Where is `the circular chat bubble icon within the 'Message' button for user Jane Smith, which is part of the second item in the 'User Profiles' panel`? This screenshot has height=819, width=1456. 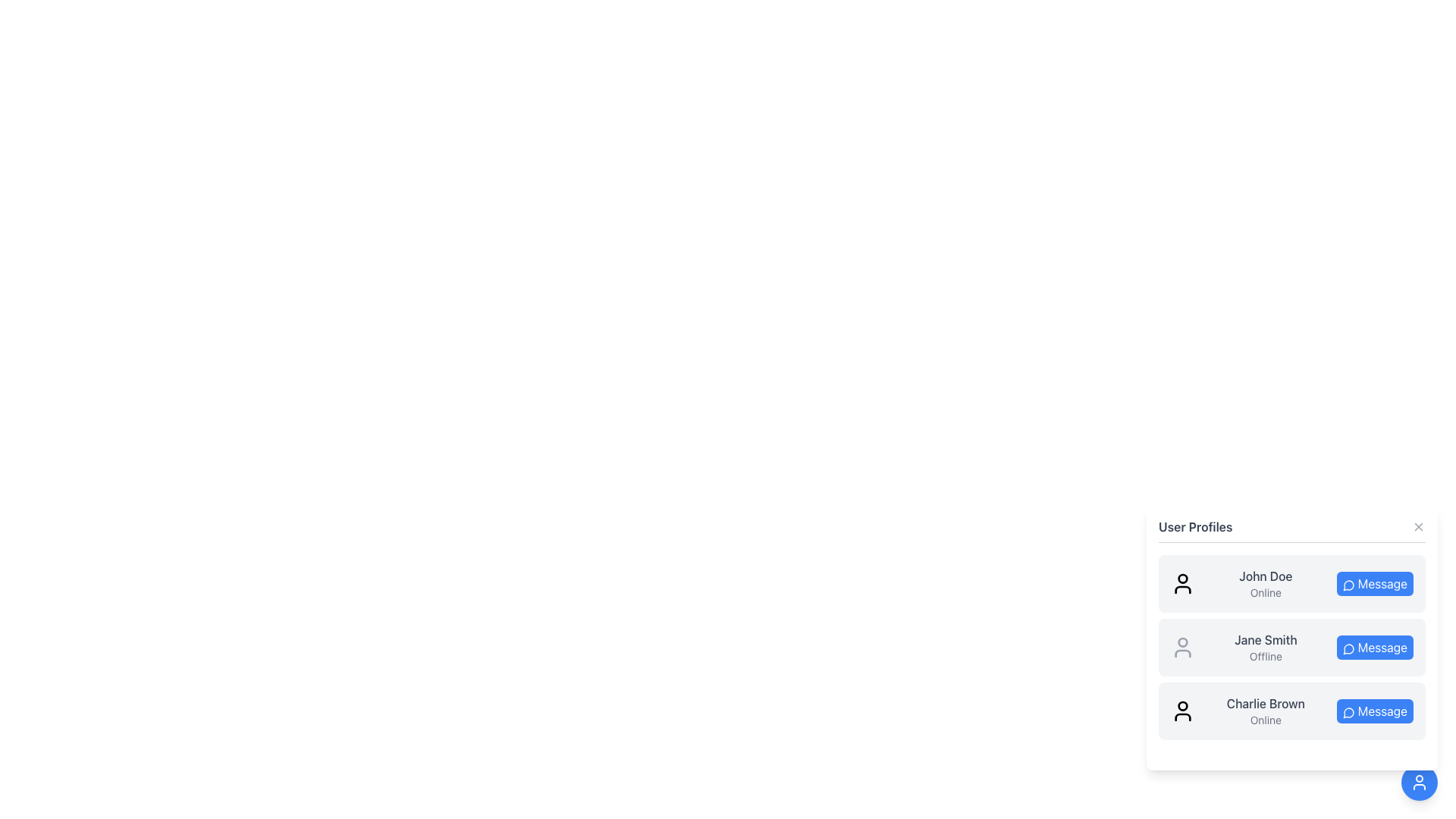 the circular chat bubble icon within the 'Message' button for user Jane Smith, which is part of the second item in the 'User Profiles' panel is located at coordinates (1348, 648).